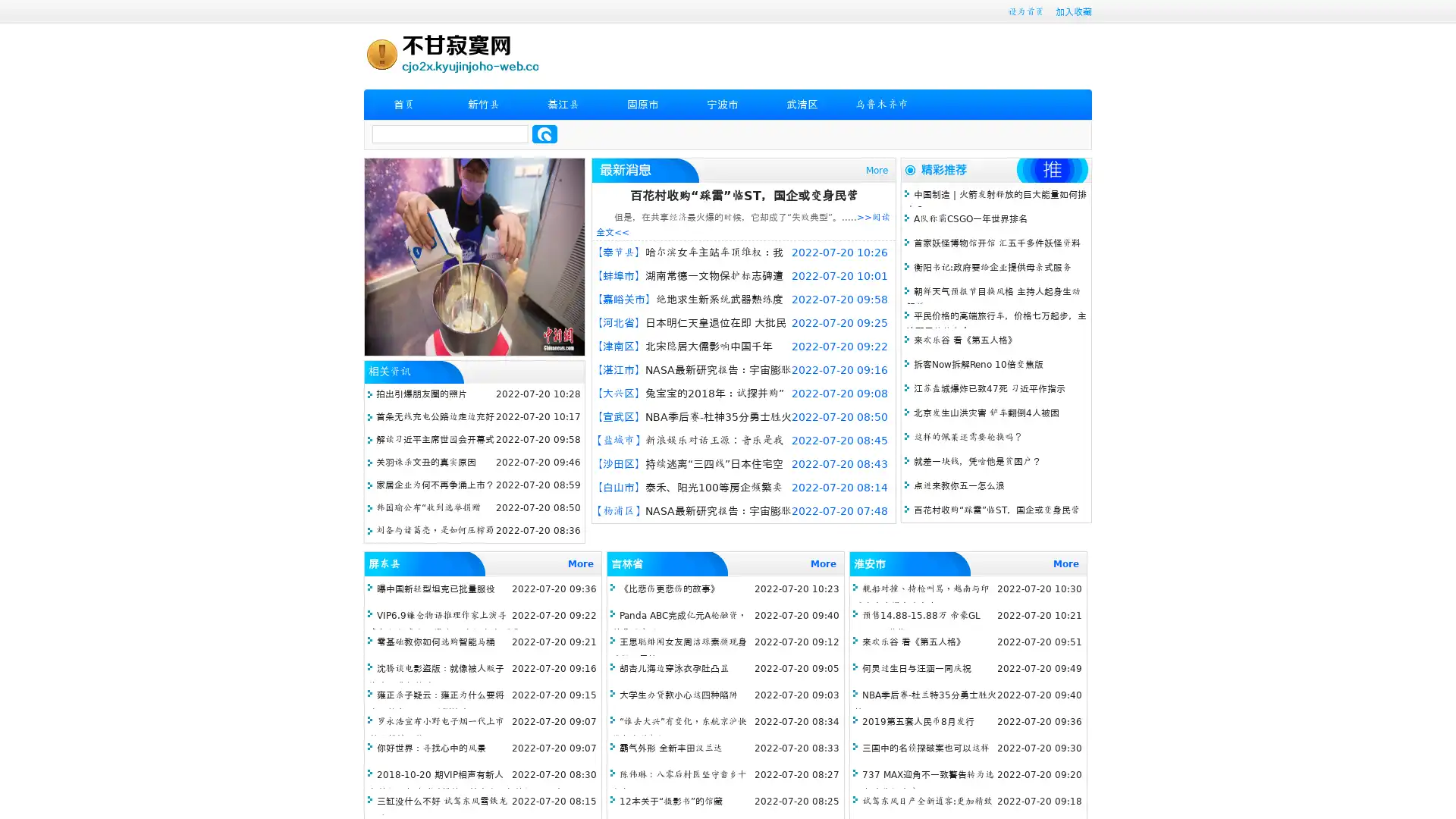  I want to click on Search, so click(544, 133).